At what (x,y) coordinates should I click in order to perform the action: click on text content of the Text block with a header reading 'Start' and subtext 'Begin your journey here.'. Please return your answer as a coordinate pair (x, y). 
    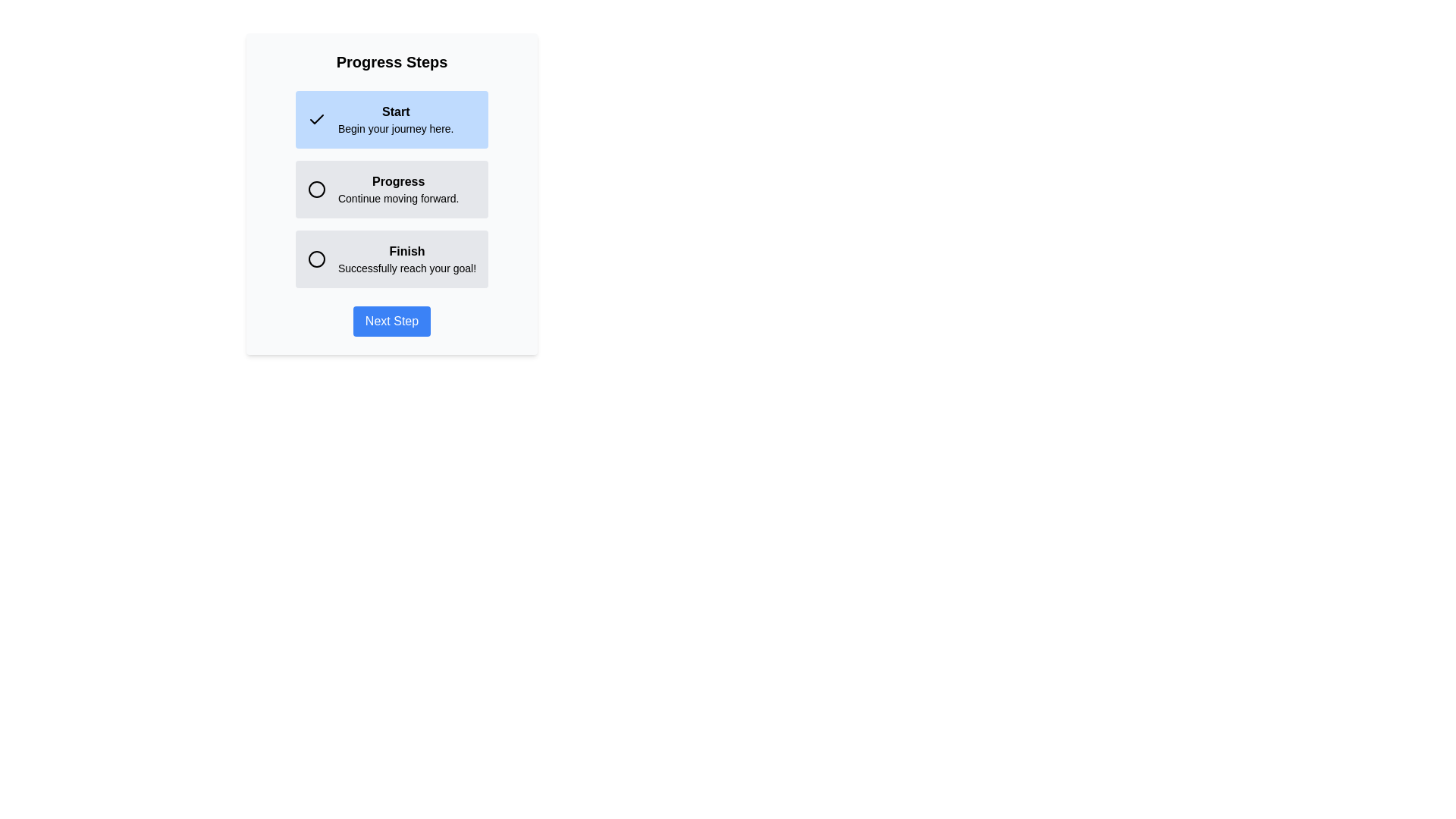
    Looking at the image, I should click on (396, 119).